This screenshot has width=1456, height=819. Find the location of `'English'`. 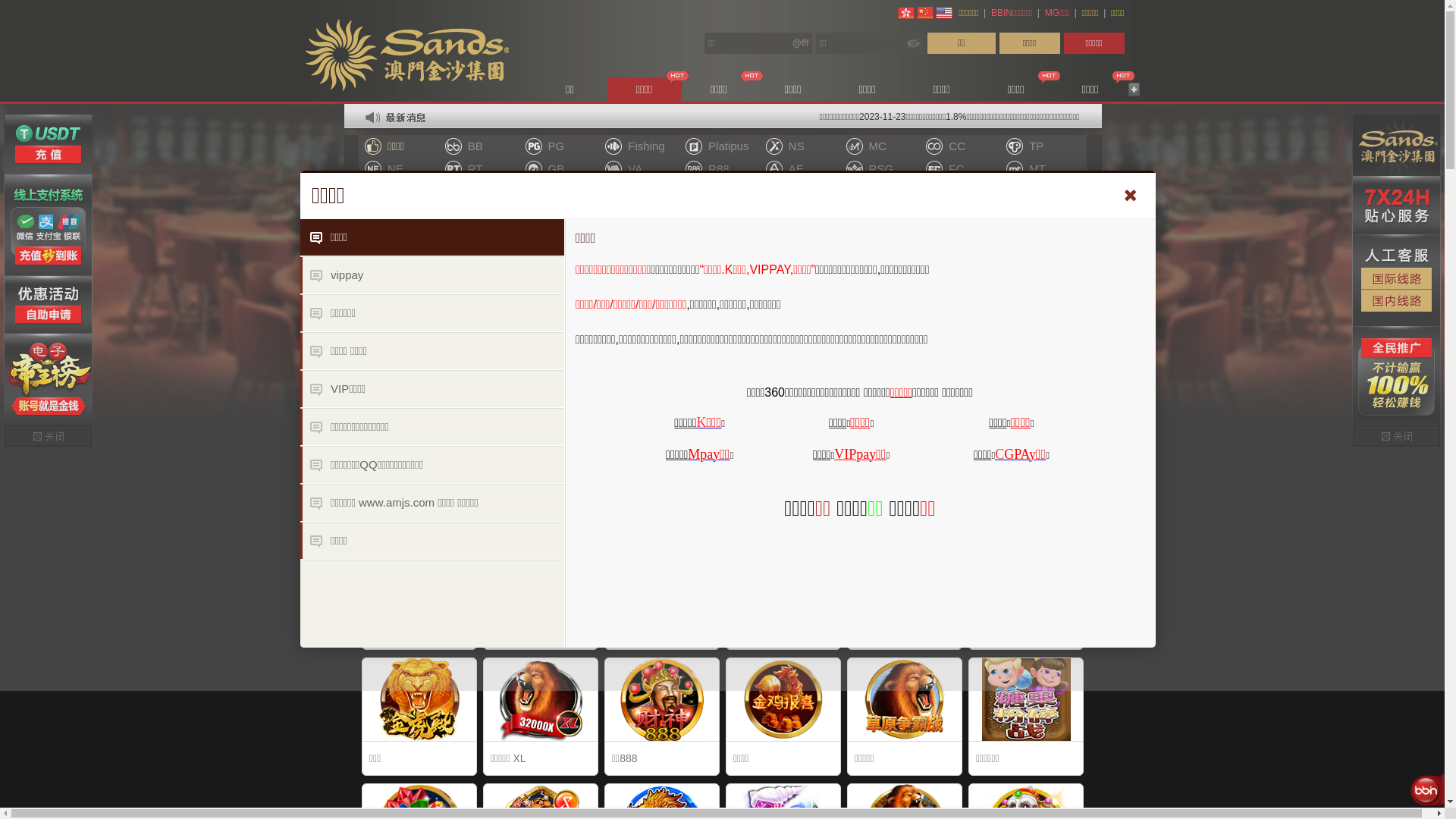

'English' is located at coordinates (934, 12).